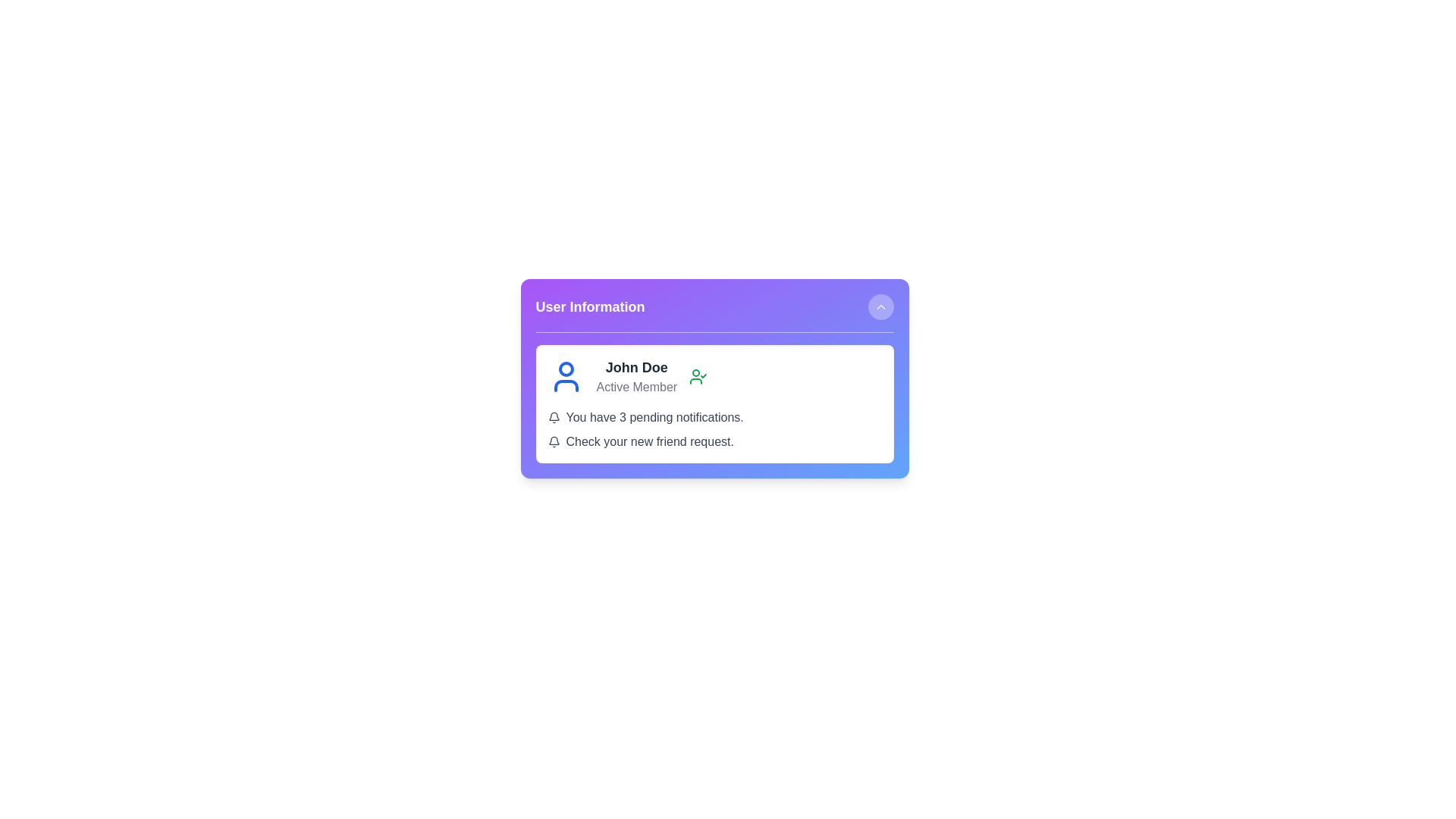 The height and width of the screenshot is (819, 1456). Describe the element at coordinates (714, 418) in the screenshot. I see `the static text element stating 'You have 3 pending notifications', which is styled in gray and located below the 'John Doe' section` at that location.